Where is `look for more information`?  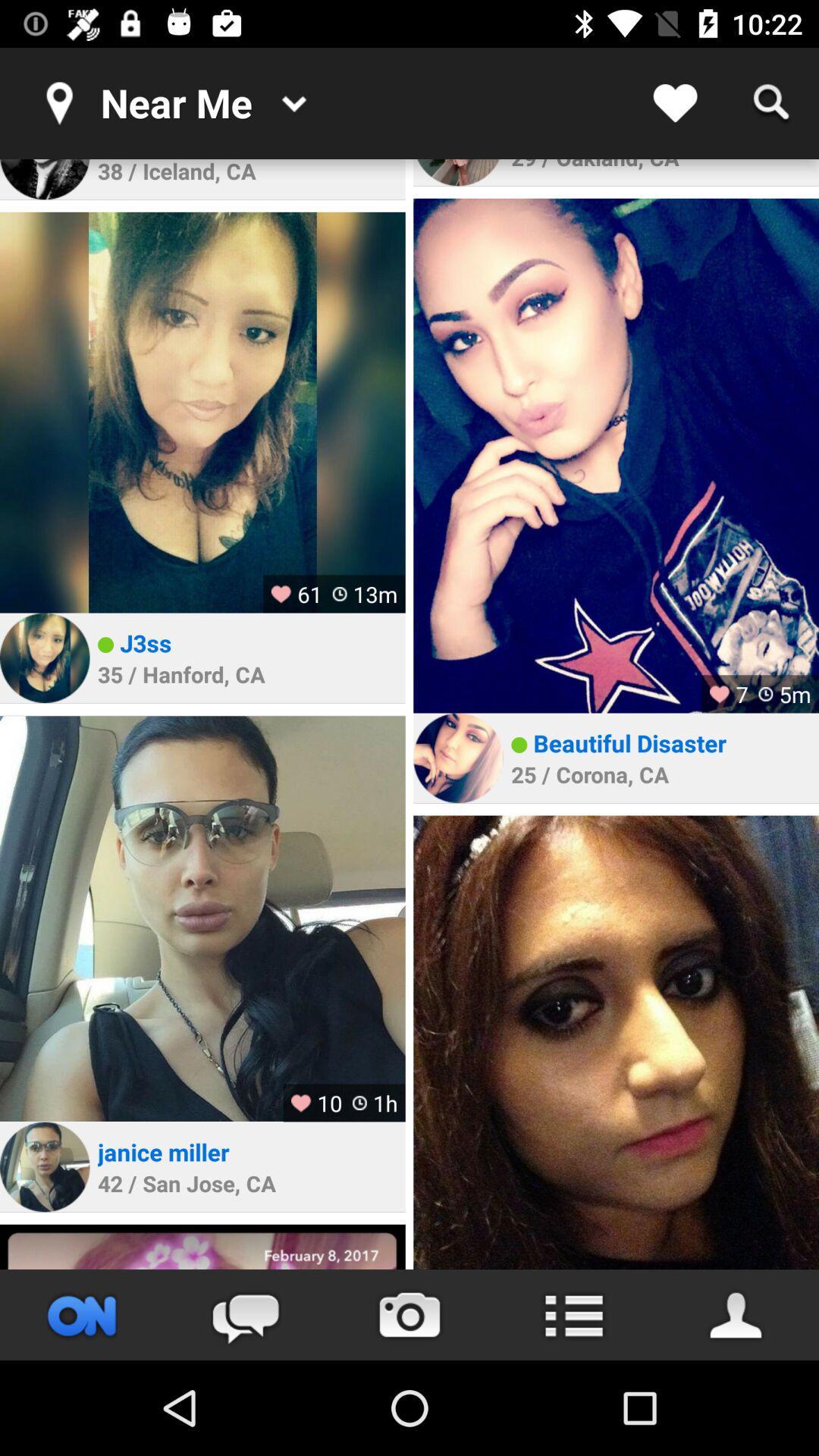
look for more information is located at coordinates (573, 1314).